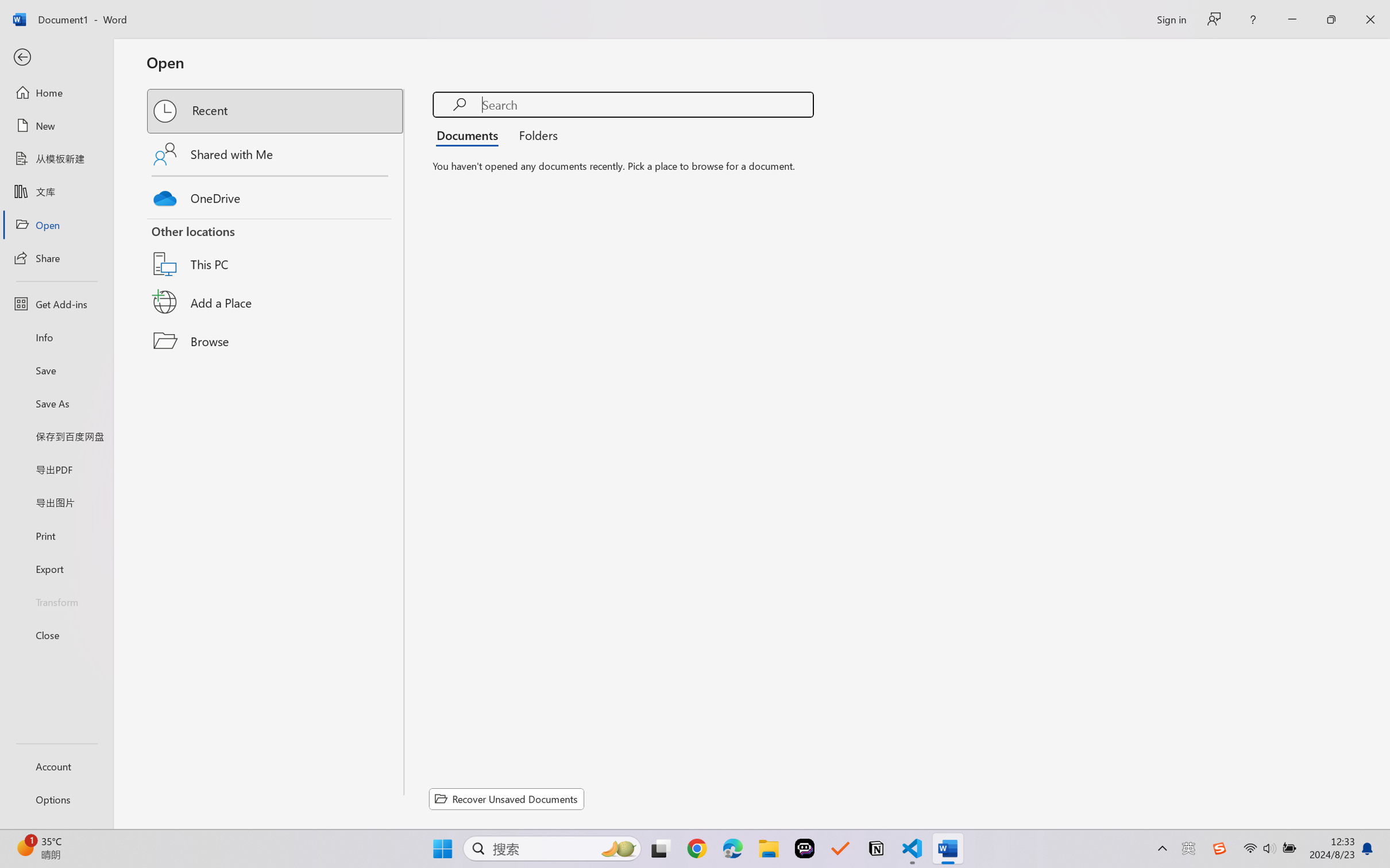 This screenshot has width=1390, height=868. I want to click on 'Options', so click(56, 799).